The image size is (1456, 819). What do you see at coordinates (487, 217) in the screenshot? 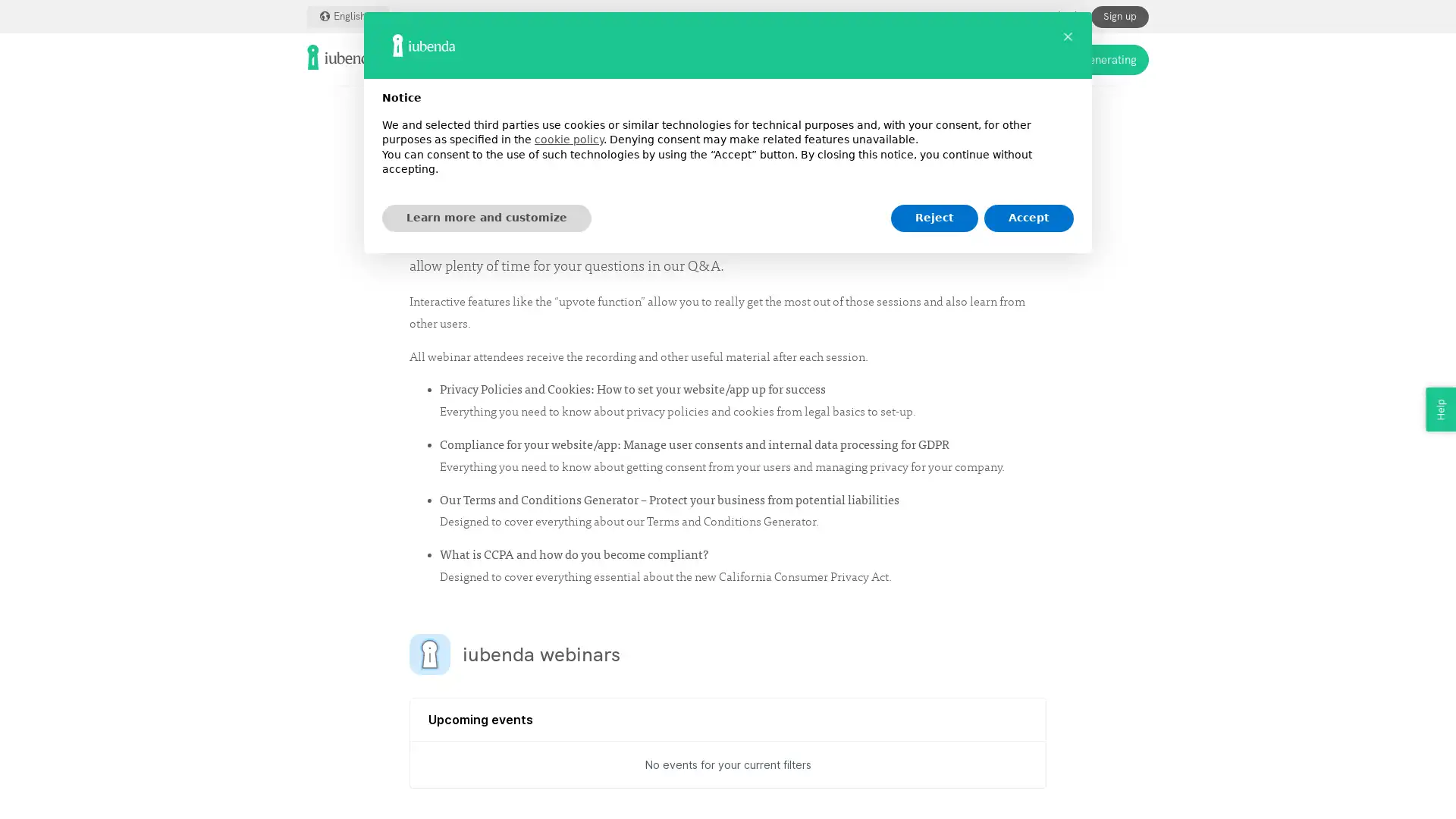
I see `Learn more and customize` at bounding box center [487, 217].